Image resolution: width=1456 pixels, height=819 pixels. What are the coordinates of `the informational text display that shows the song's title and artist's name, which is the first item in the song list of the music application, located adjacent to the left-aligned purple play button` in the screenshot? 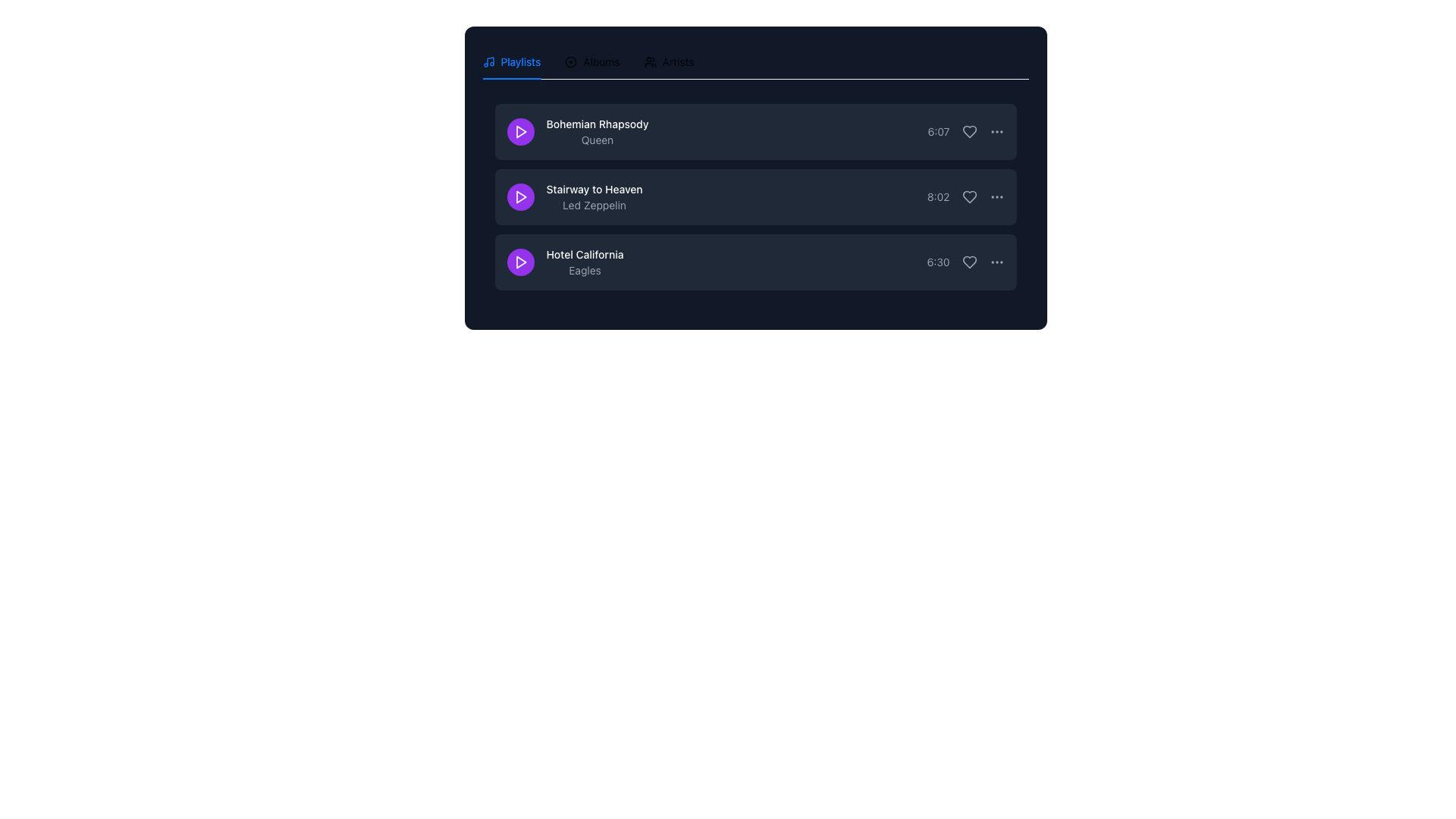 It's located at (596, 130).